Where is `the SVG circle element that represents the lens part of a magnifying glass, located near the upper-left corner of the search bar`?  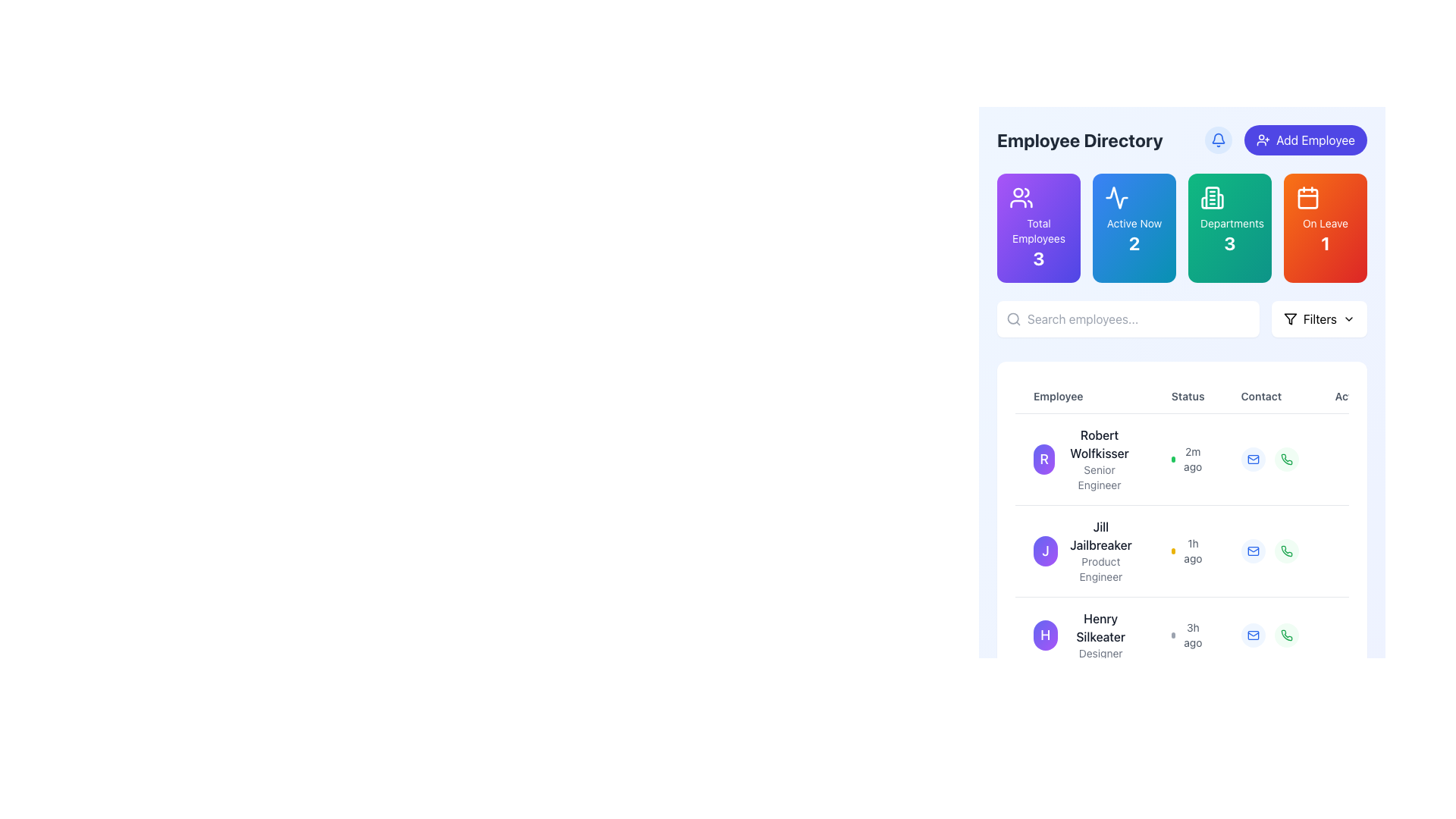
the SVG circle element that represents the lens part of a magnifying glass, located near the upper-left corner of the search bar is located at coordinates (1013, 318).